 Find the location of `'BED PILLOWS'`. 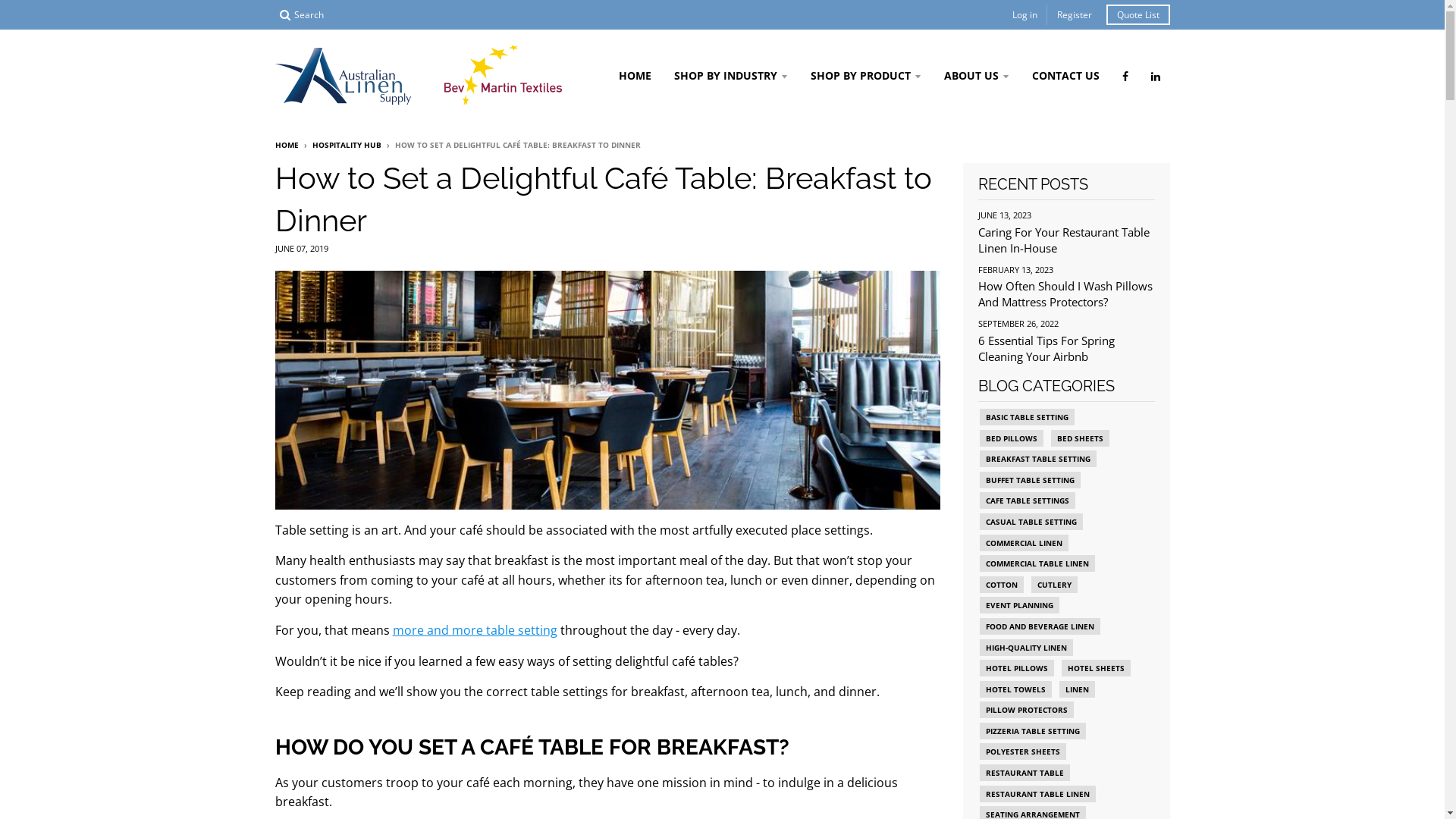

'BED PILLOWS' is located at coordinates (1012, 438).